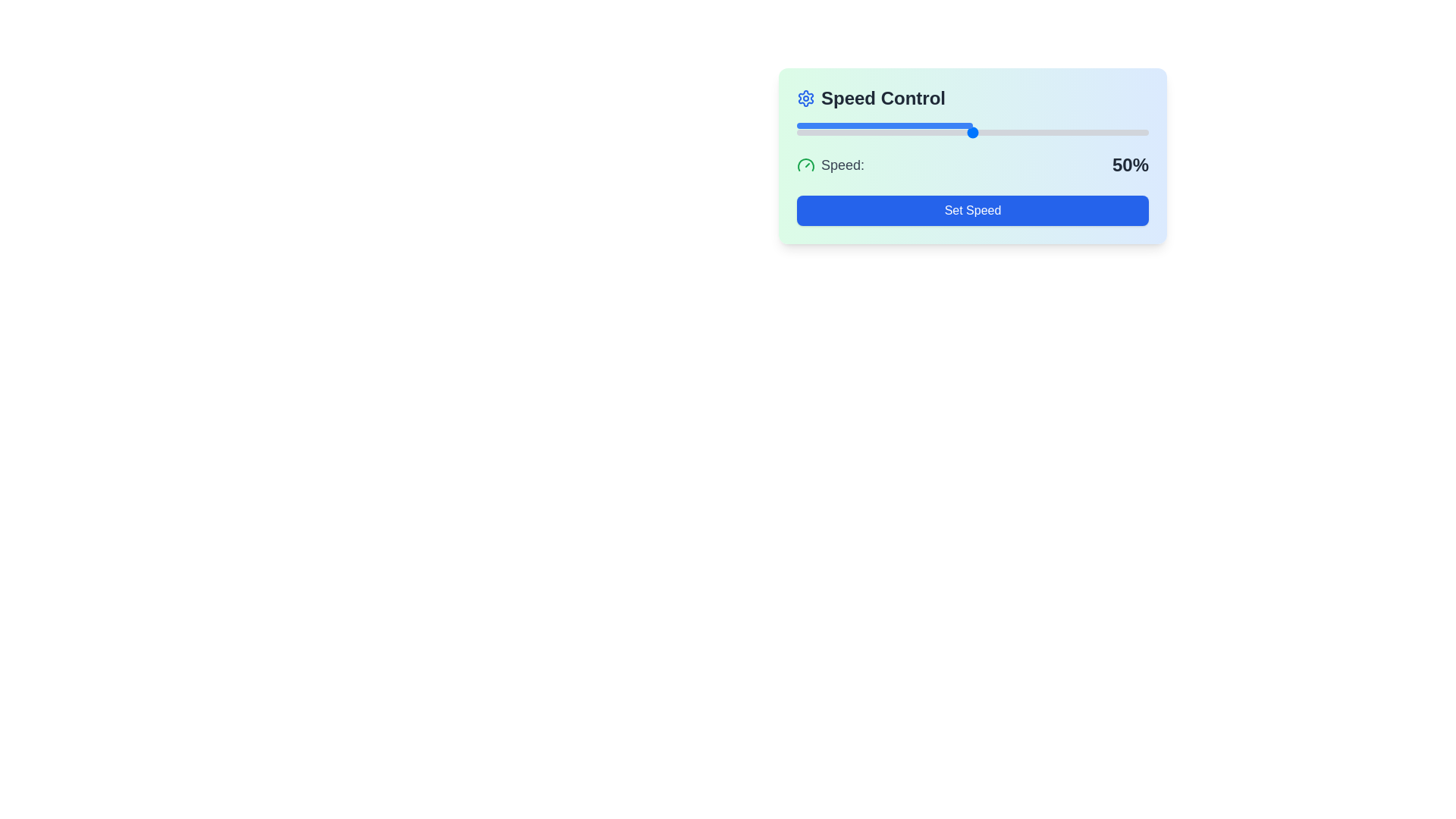 This screenshot has height=819, width=1456. Describe the element at coordinates (965, 131) in the screenshot. I see `the slider` at that location.